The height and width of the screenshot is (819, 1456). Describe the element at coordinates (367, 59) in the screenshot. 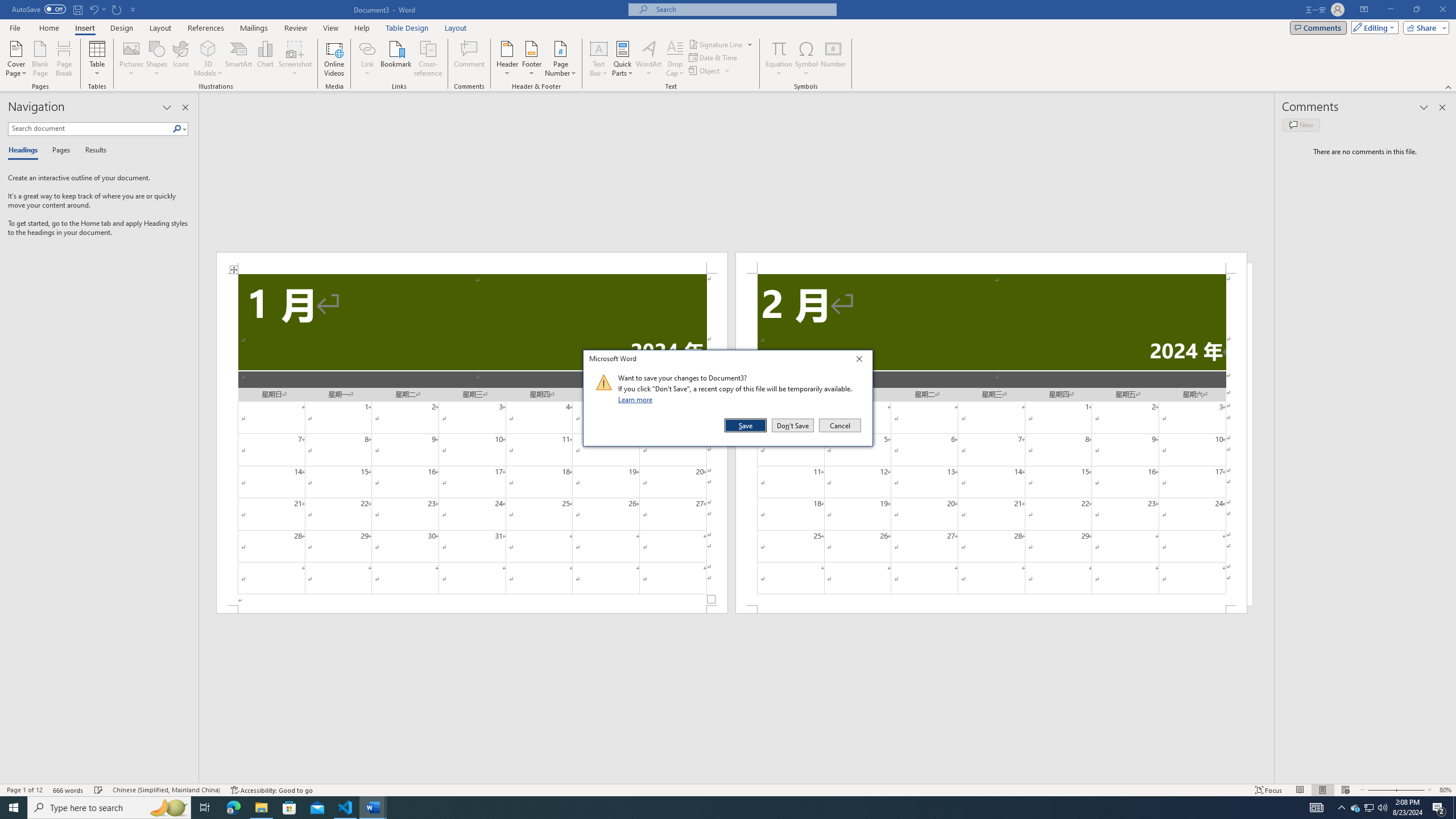

I see `'Link'` at that location.